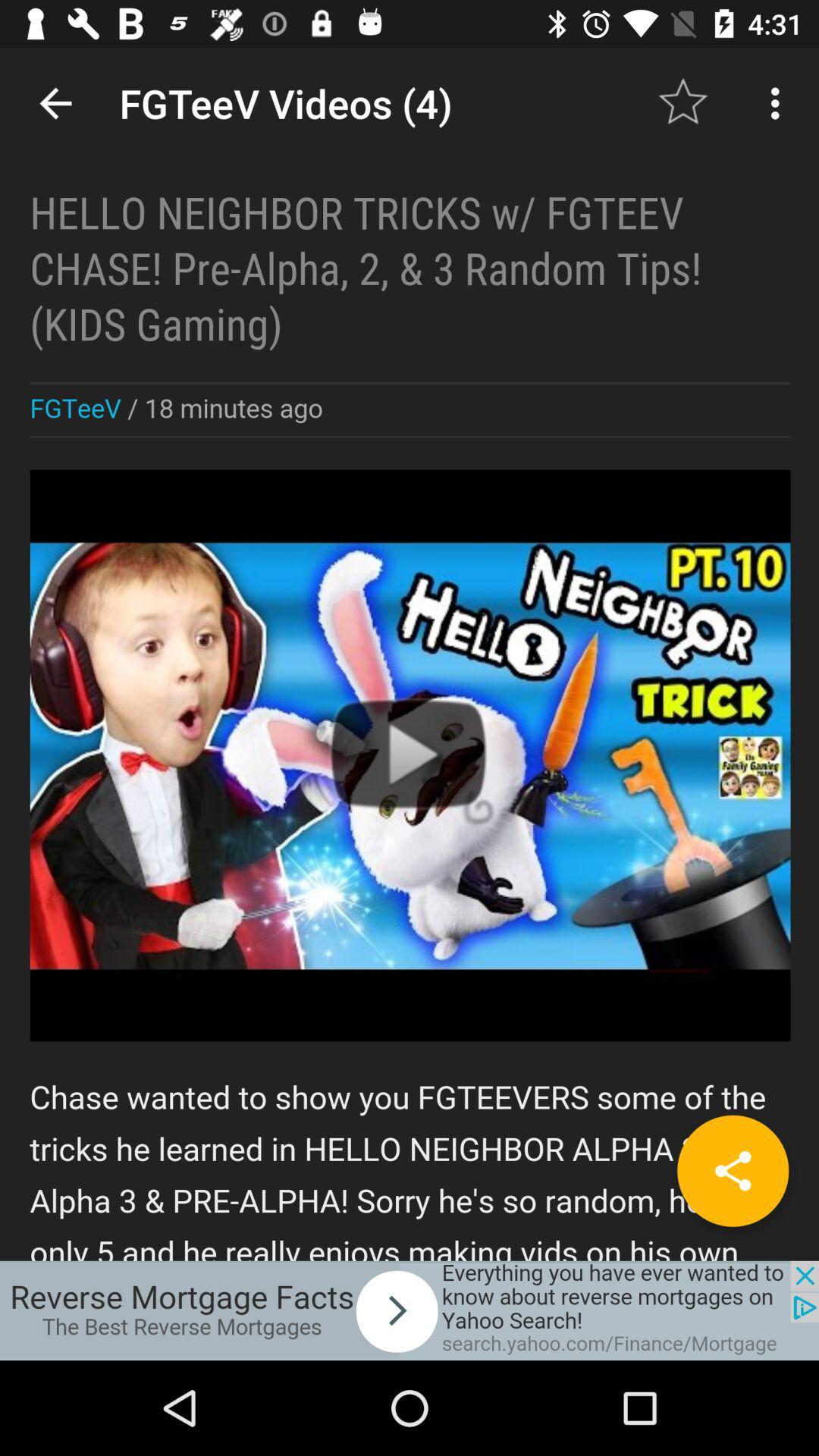 The height and width of the screenshot is (1456, 819). I want to click on share on social media, so click(732, 1170).